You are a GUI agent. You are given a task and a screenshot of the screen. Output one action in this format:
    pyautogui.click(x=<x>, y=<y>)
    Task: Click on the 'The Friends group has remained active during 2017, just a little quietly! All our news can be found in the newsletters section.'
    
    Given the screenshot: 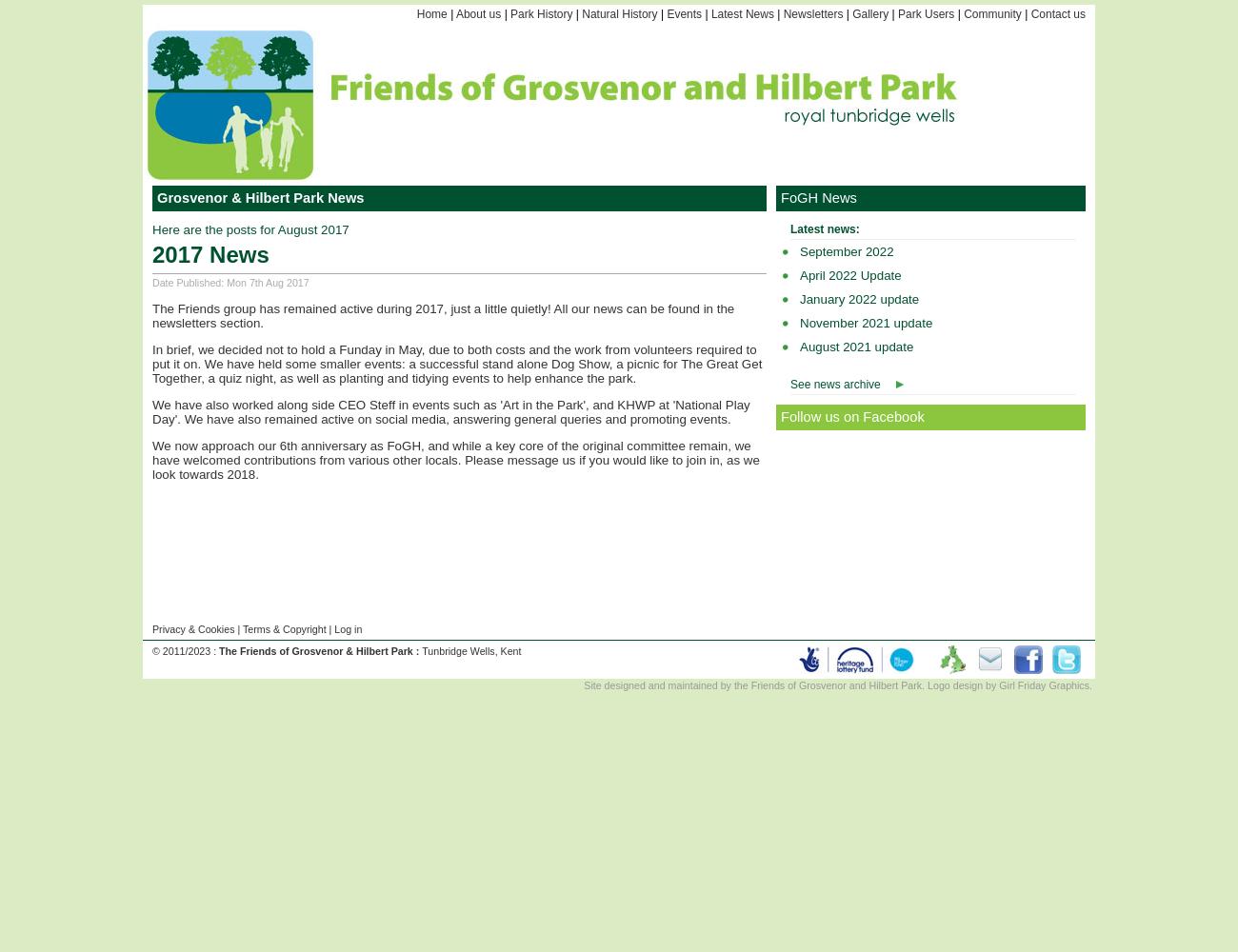 What is the action you would take?
    pyautogui.click(x=442, y=314)
    